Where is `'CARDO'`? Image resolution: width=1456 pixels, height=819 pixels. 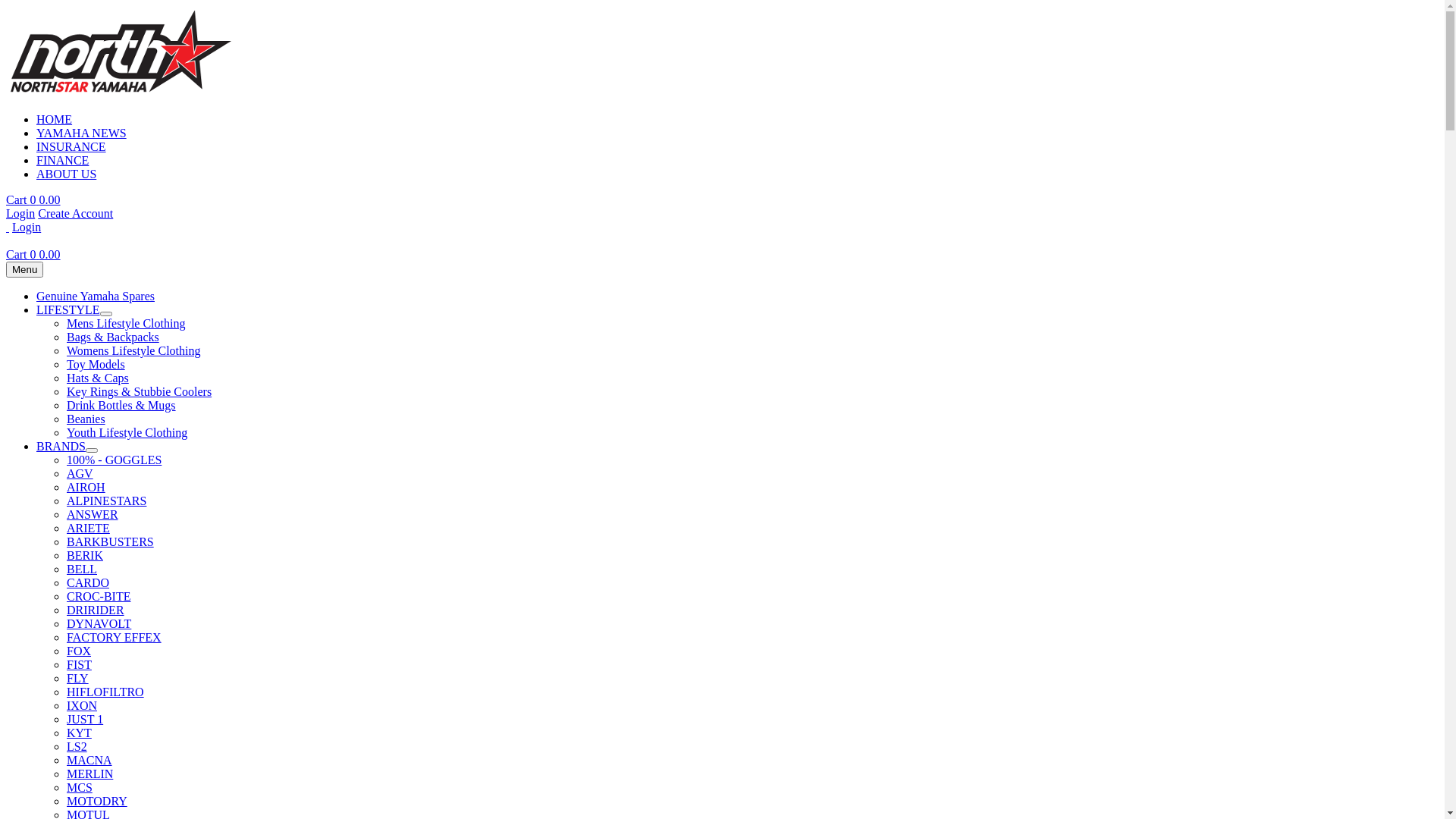 'CARDO' is located at coordinates (86, 582).